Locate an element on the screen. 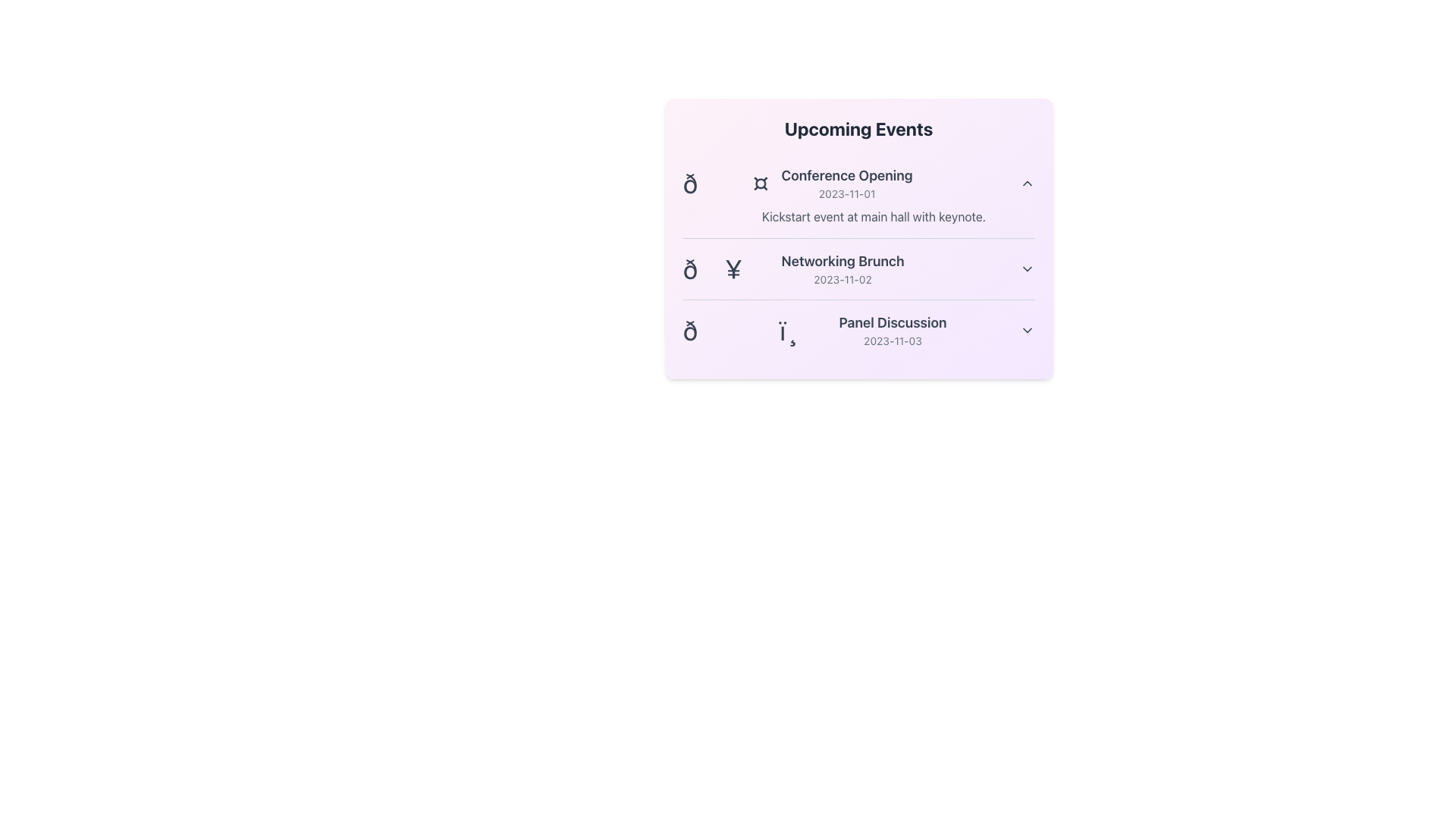 The height and width of the screenshot is (819, 1456). the third list item in the events list, which represents the 'Panel Discussion' scheduled for 2023-11-03 is located at coordinates (814, 329).